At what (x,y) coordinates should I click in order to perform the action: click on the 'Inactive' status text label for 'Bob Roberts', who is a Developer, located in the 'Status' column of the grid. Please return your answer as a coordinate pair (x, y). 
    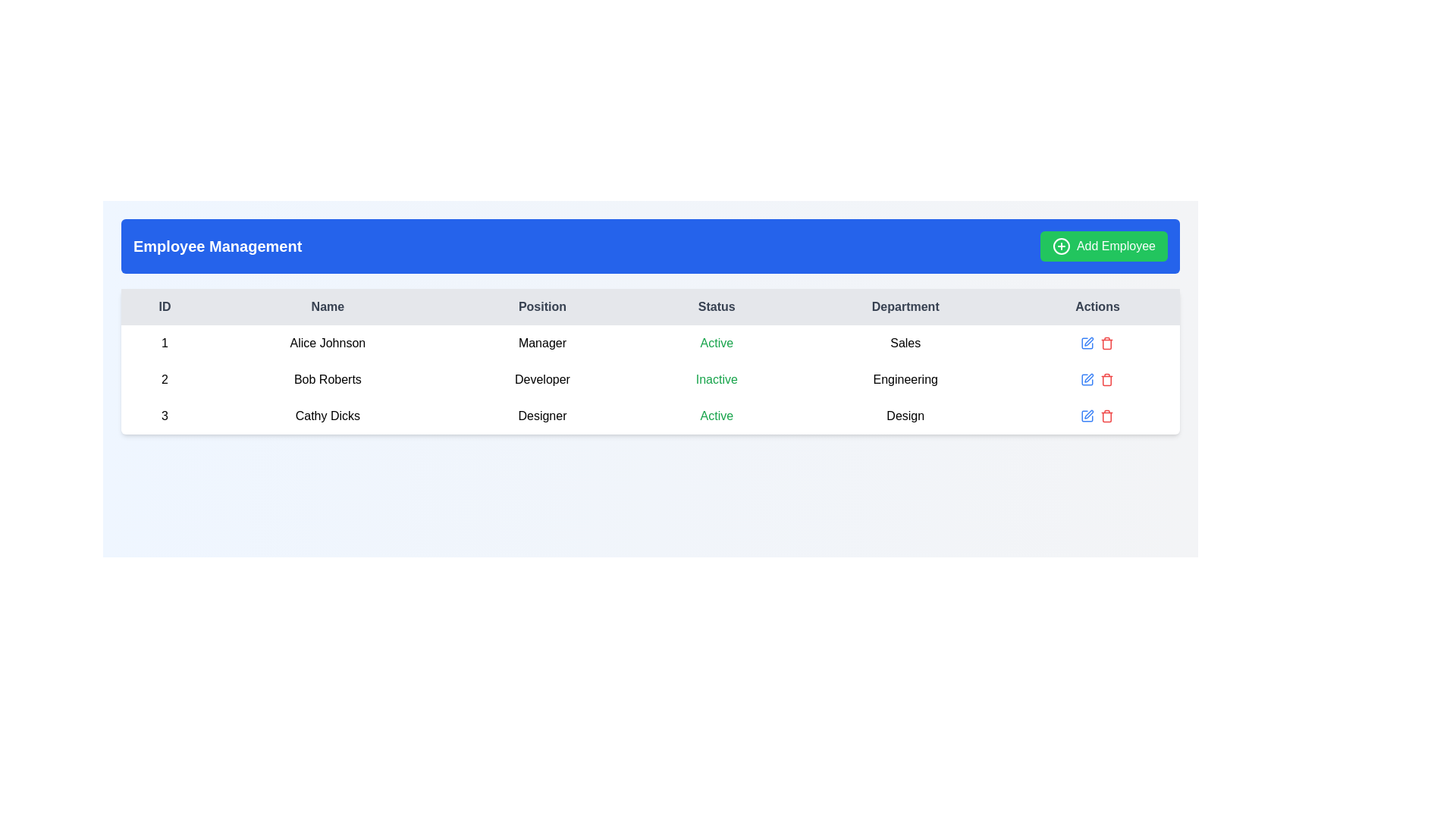
    Looking at the image, I should click on (716, 379).